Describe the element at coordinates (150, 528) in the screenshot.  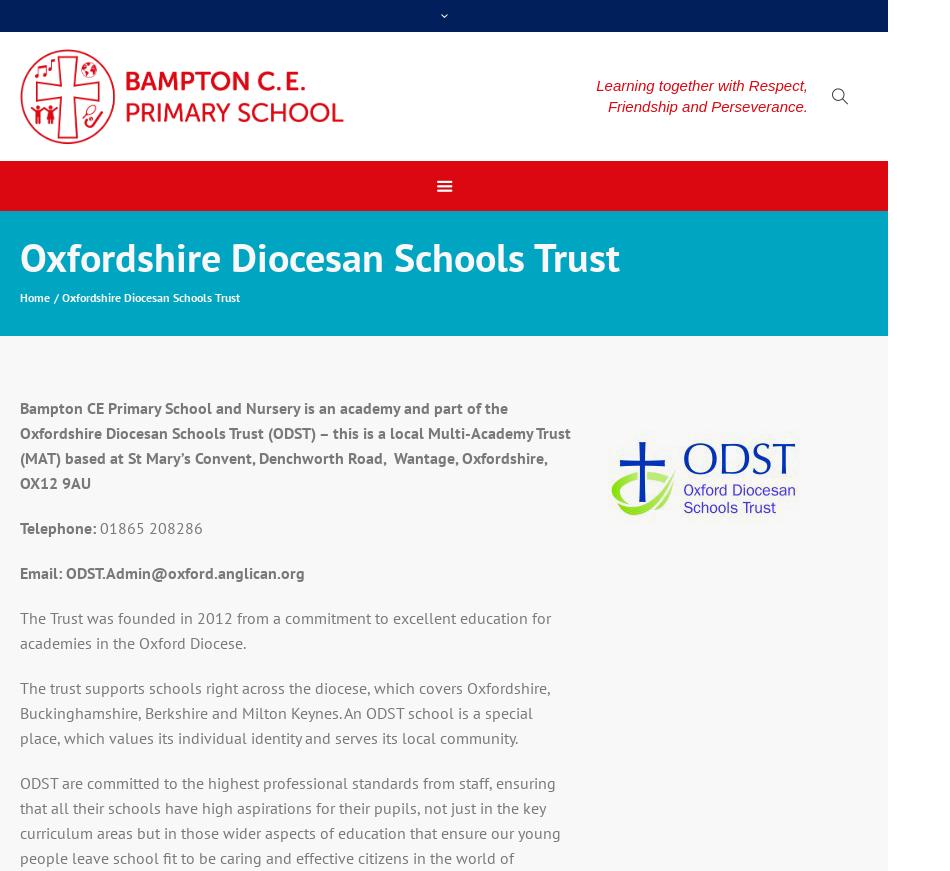
I see `'01865 208286'` at that location.